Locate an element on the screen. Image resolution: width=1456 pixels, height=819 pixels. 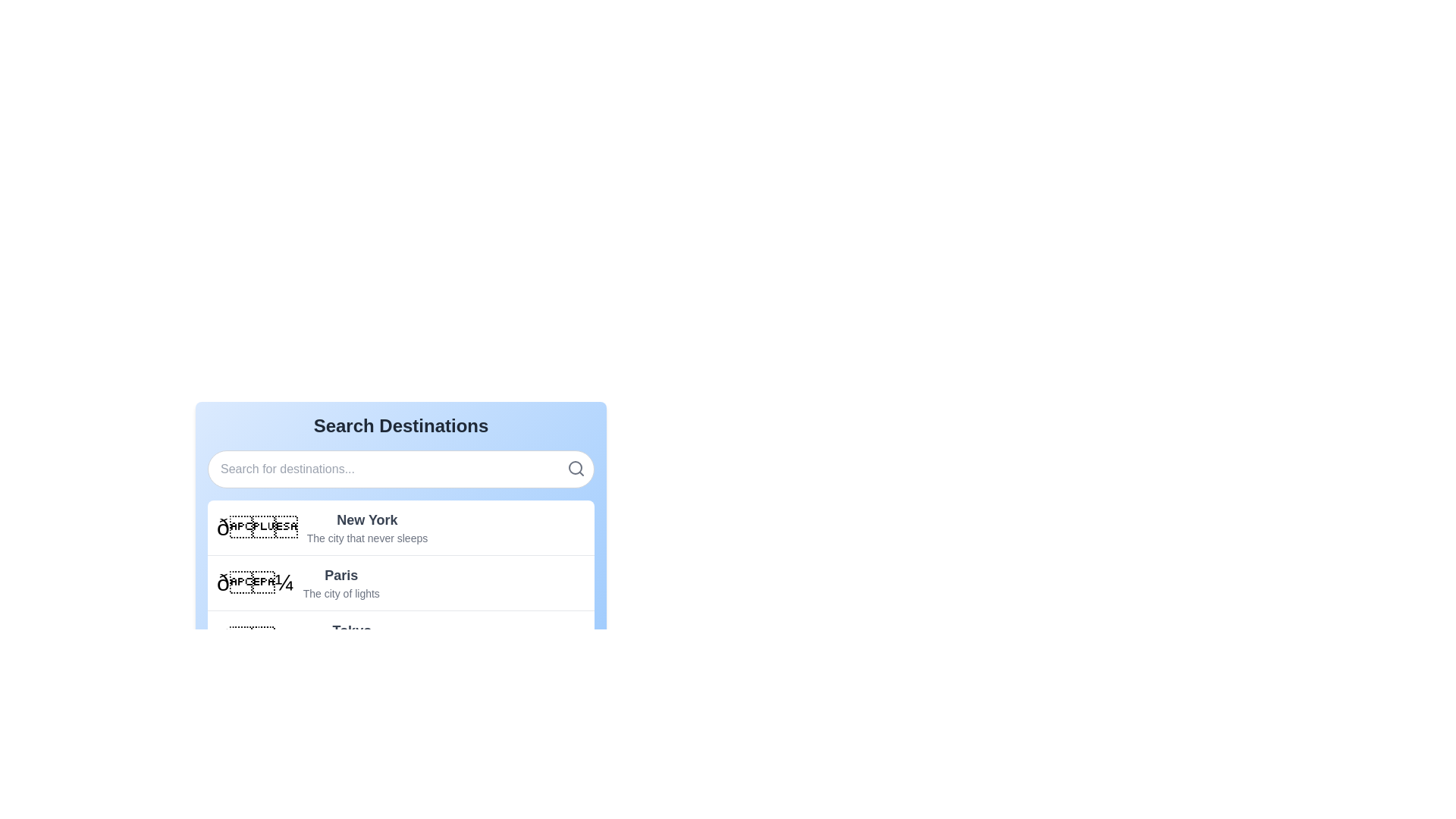
the text label displaying 'The city that never sleeps', which is a small gray font located beneath the bold text 'New York' is located at coordinates (367, 537).